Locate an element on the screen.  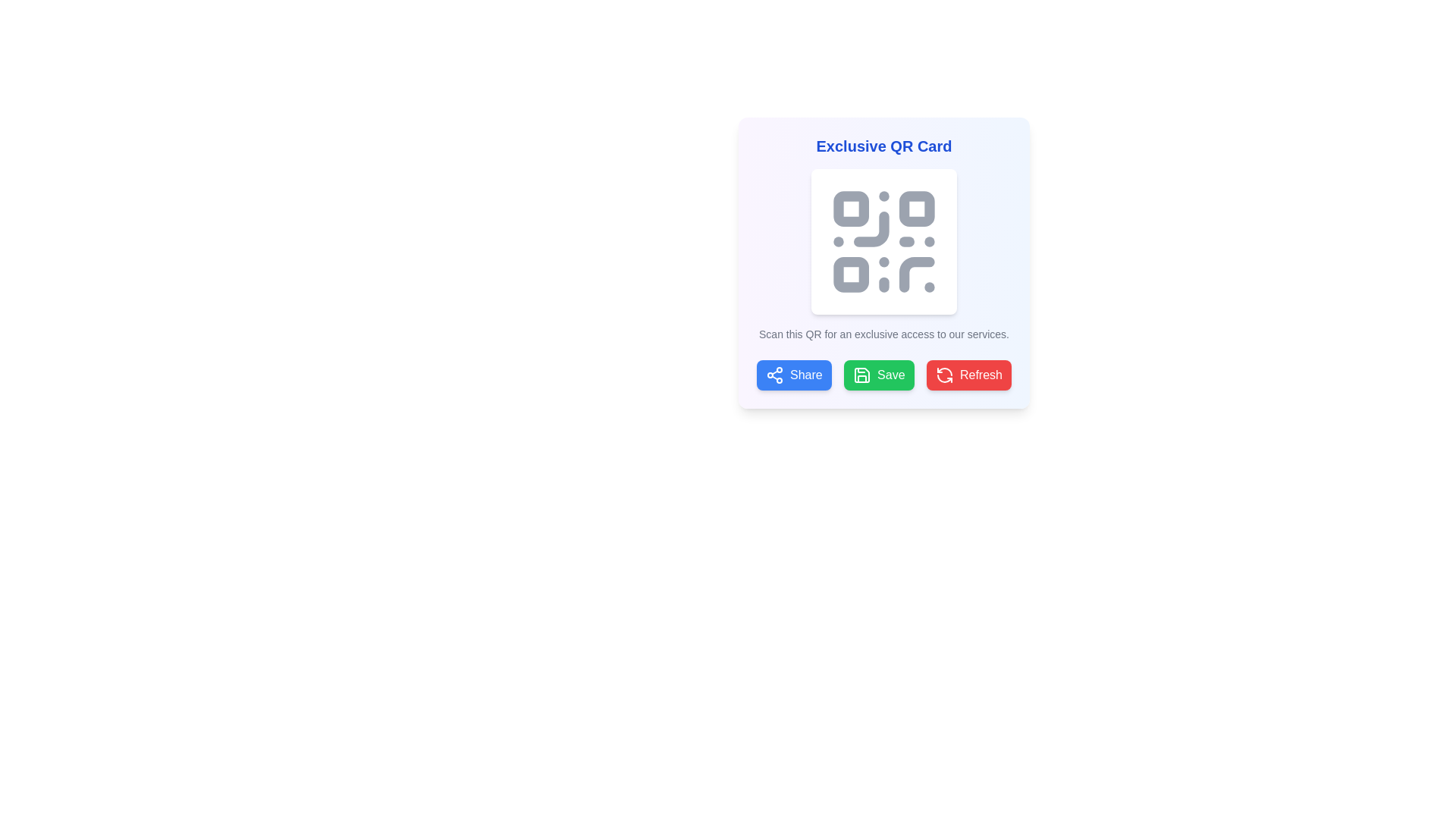
the small square with rounded corners in the upper-left corner of the QR code graphic, which is filled with a noticeable shade of gray is located at coordinates (851, 209).